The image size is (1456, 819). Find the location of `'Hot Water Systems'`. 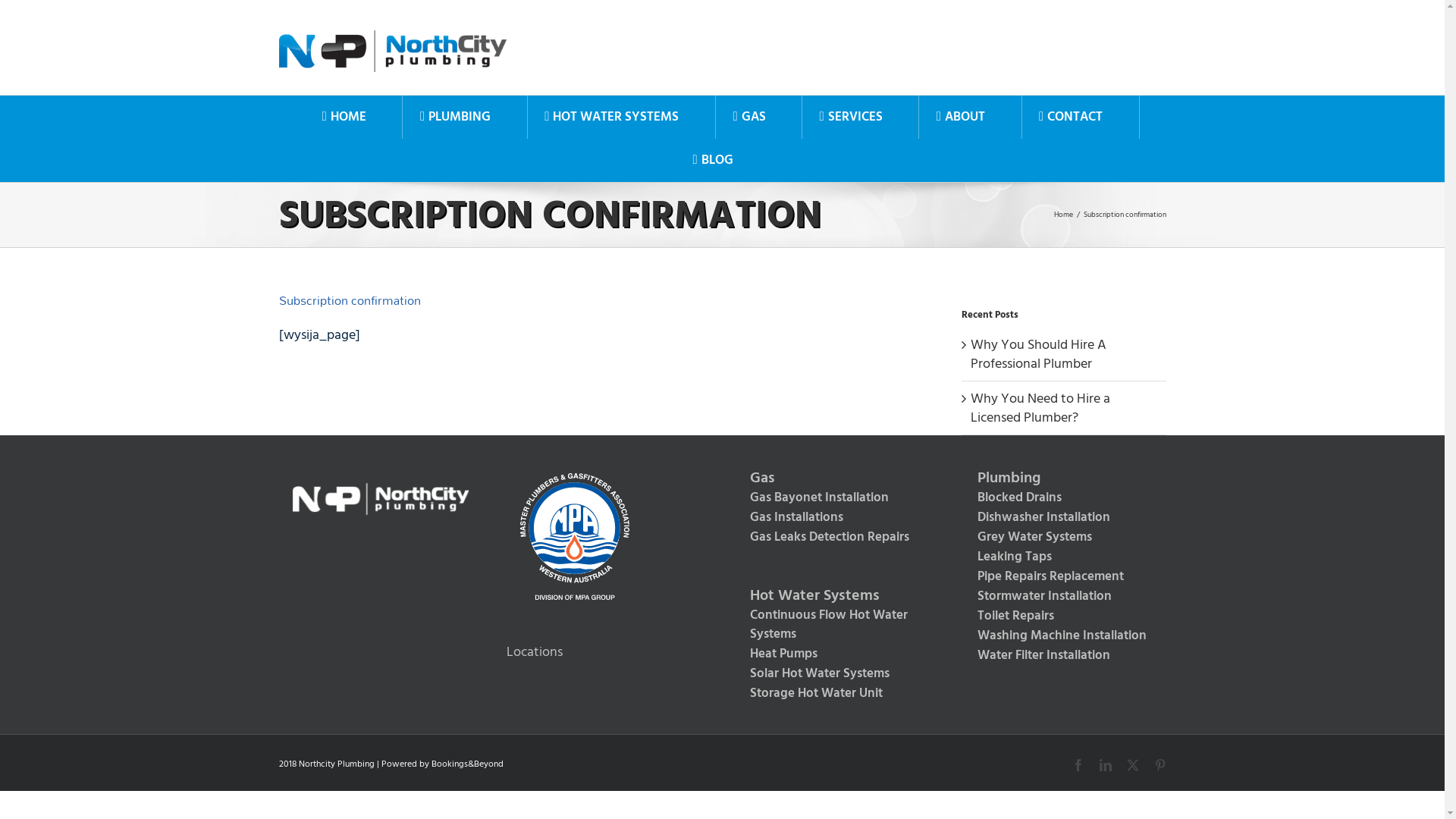

'Hot Water Systems' is located at coordinates (734, 595).